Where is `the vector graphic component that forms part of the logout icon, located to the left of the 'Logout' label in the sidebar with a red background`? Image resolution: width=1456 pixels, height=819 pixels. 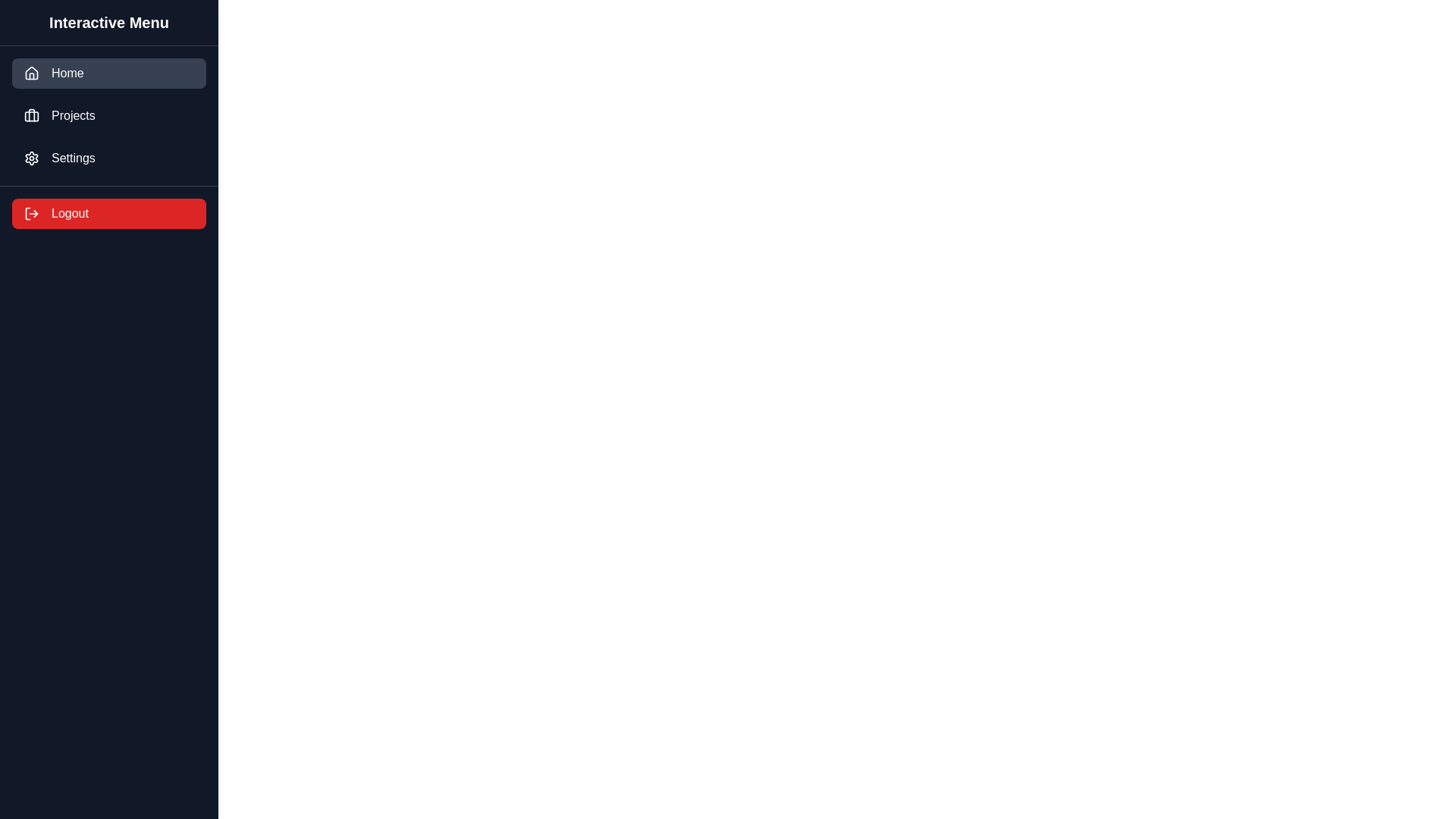 the vector graphic component that forms part of the logout icon, located to the left of the 'Logout' label in the sidebar with a red background is located at coordinates (28, 213).